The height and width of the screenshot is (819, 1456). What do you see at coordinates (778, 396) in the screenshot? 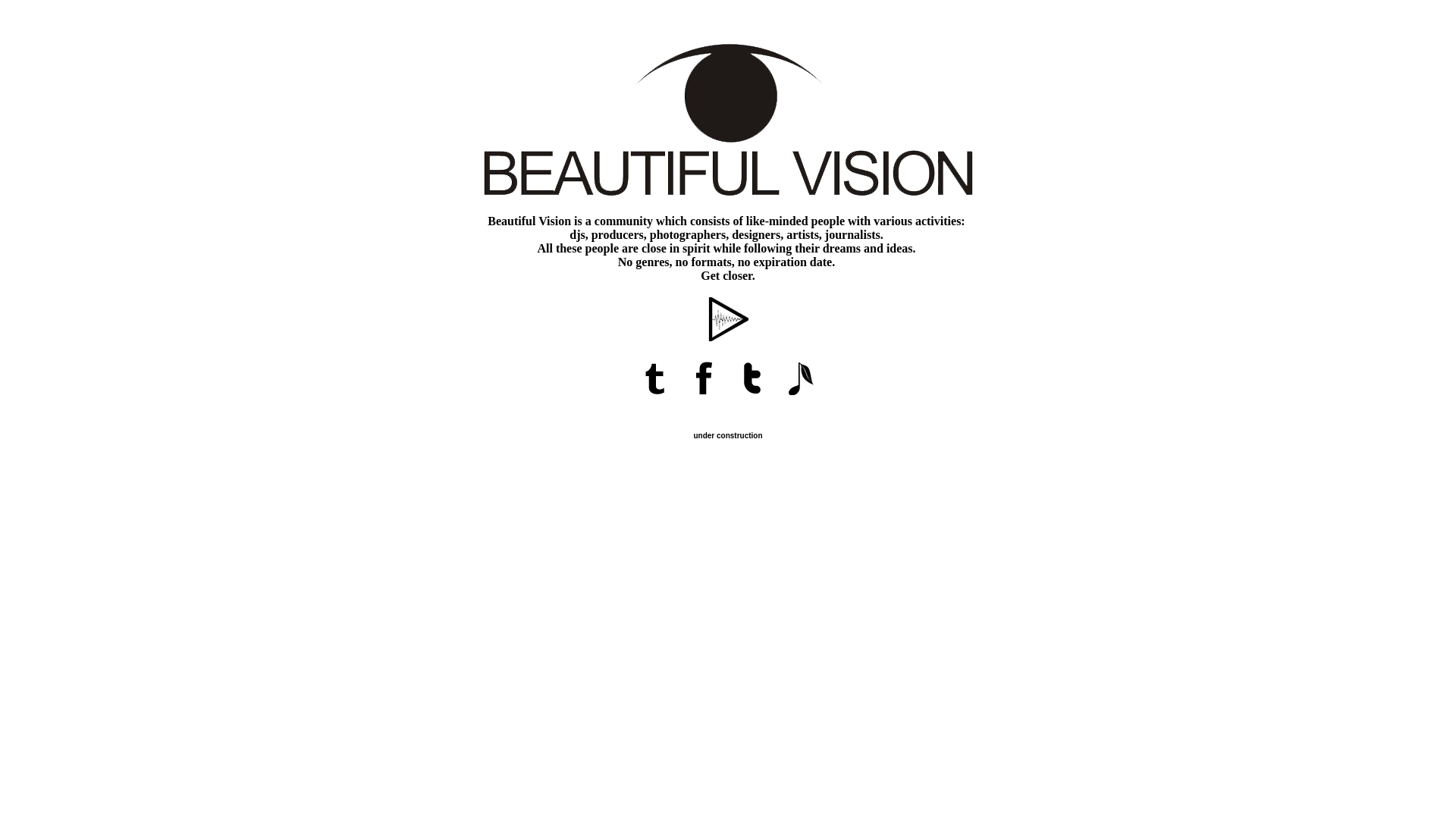
I see `'Beautiful Vision on Official.fm'` at bounding box center [778, 396].